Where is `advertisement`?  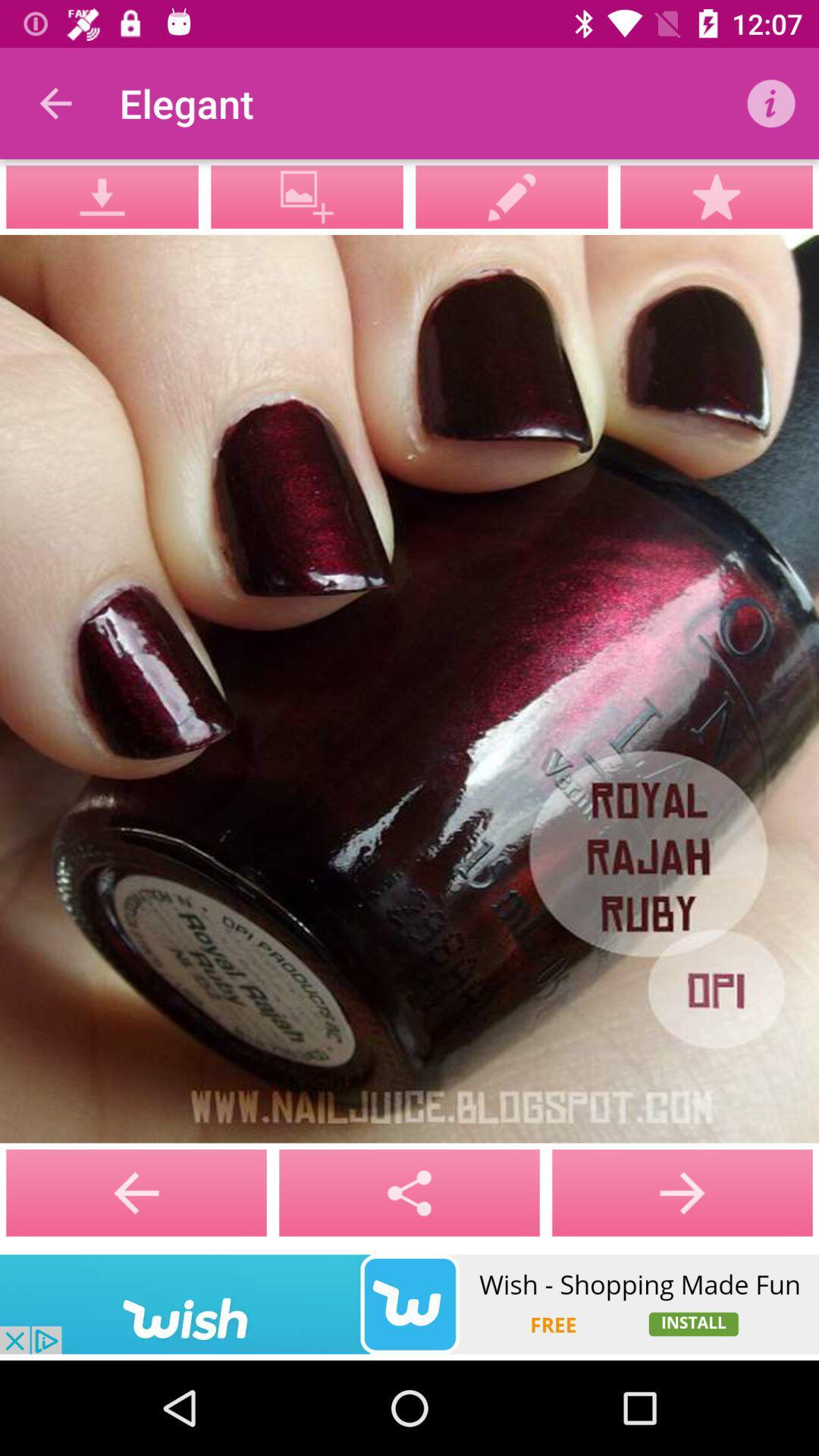 advertisement is located at coordinates (409, 1304).